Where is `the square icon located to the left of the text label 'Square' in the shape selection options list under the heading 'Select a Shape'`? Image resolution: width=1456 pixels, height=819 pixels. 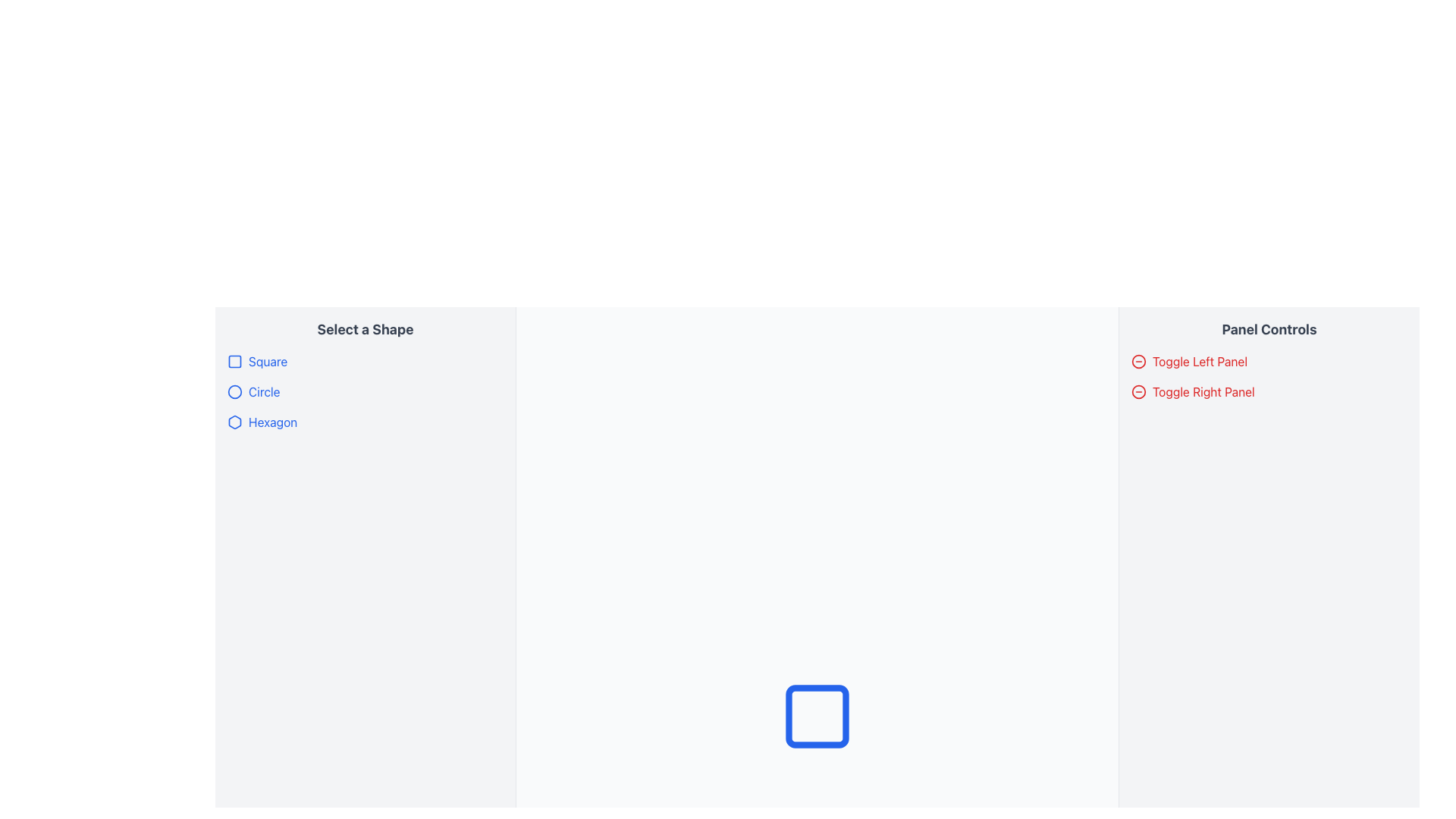 the square icon located to the left of the text label 'Square' in the shape selection options list under the heading 'Select a Shape' is located at coordinates (234, 362).